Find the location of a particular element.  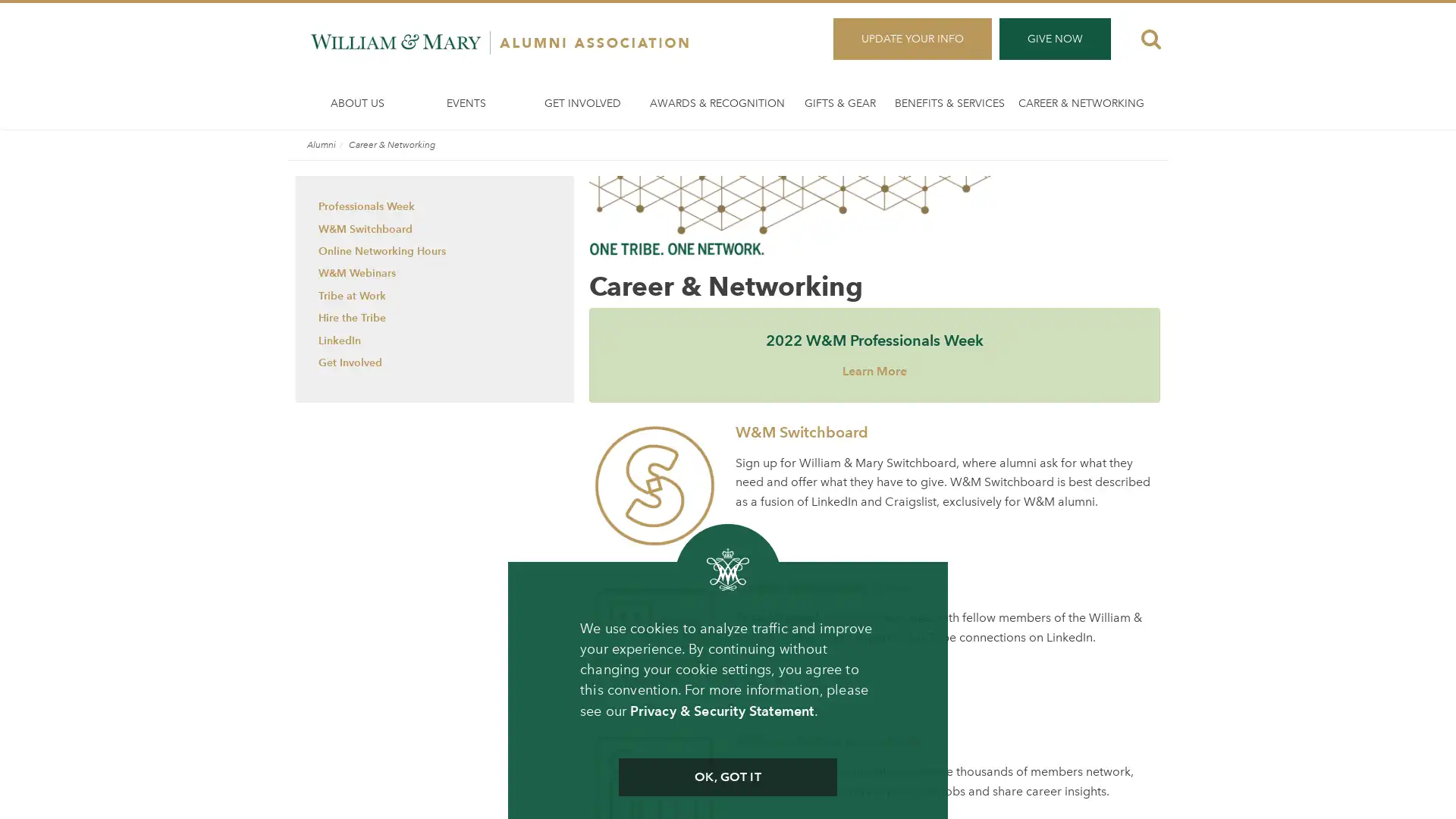

OK, GOT IT is located at coordinates (726, 777).